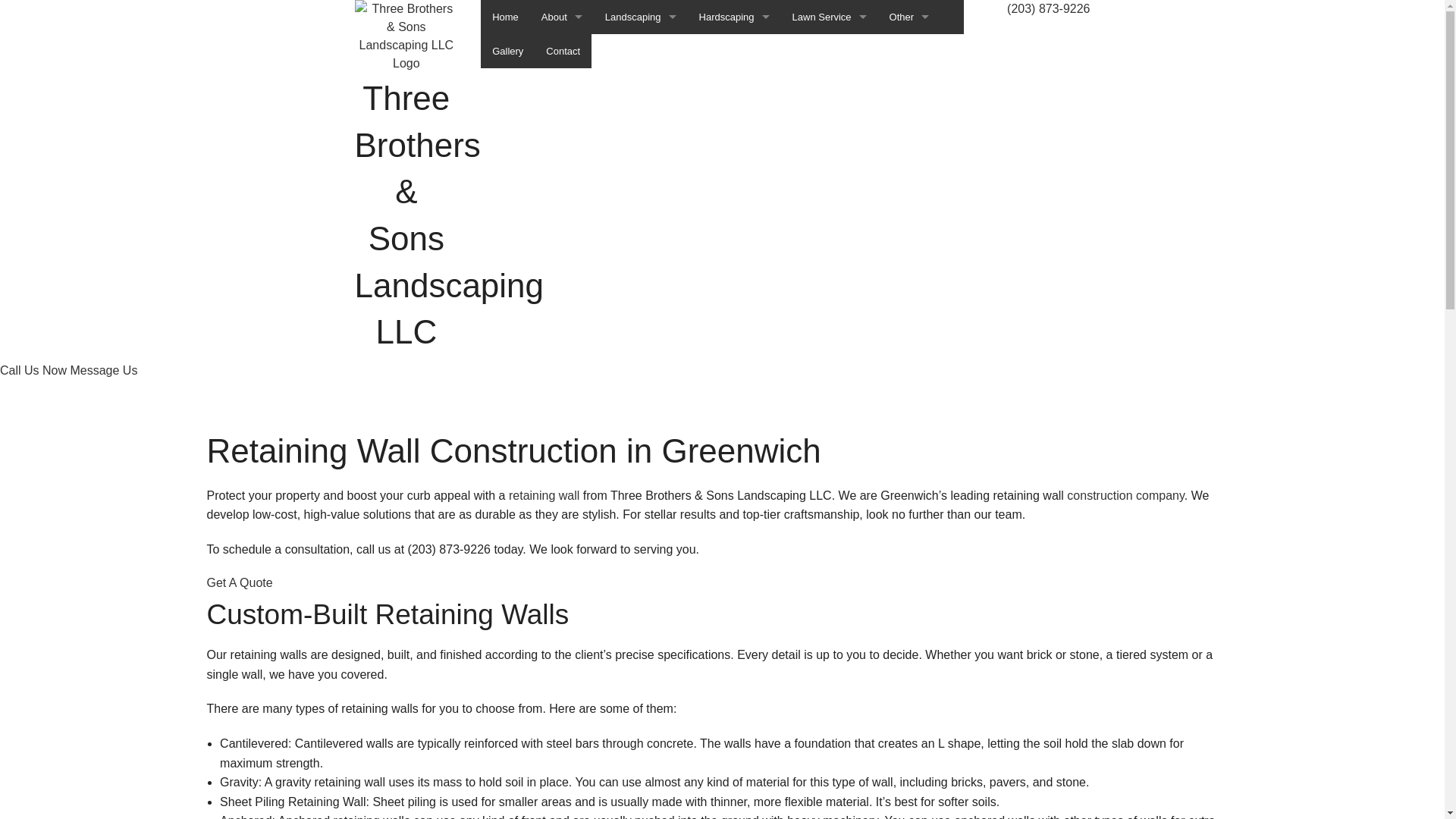 The image size is (1456, 819). Describe the element at coordinates (640, 17) in the screenshot. I see `'Landscaping'` at that location.